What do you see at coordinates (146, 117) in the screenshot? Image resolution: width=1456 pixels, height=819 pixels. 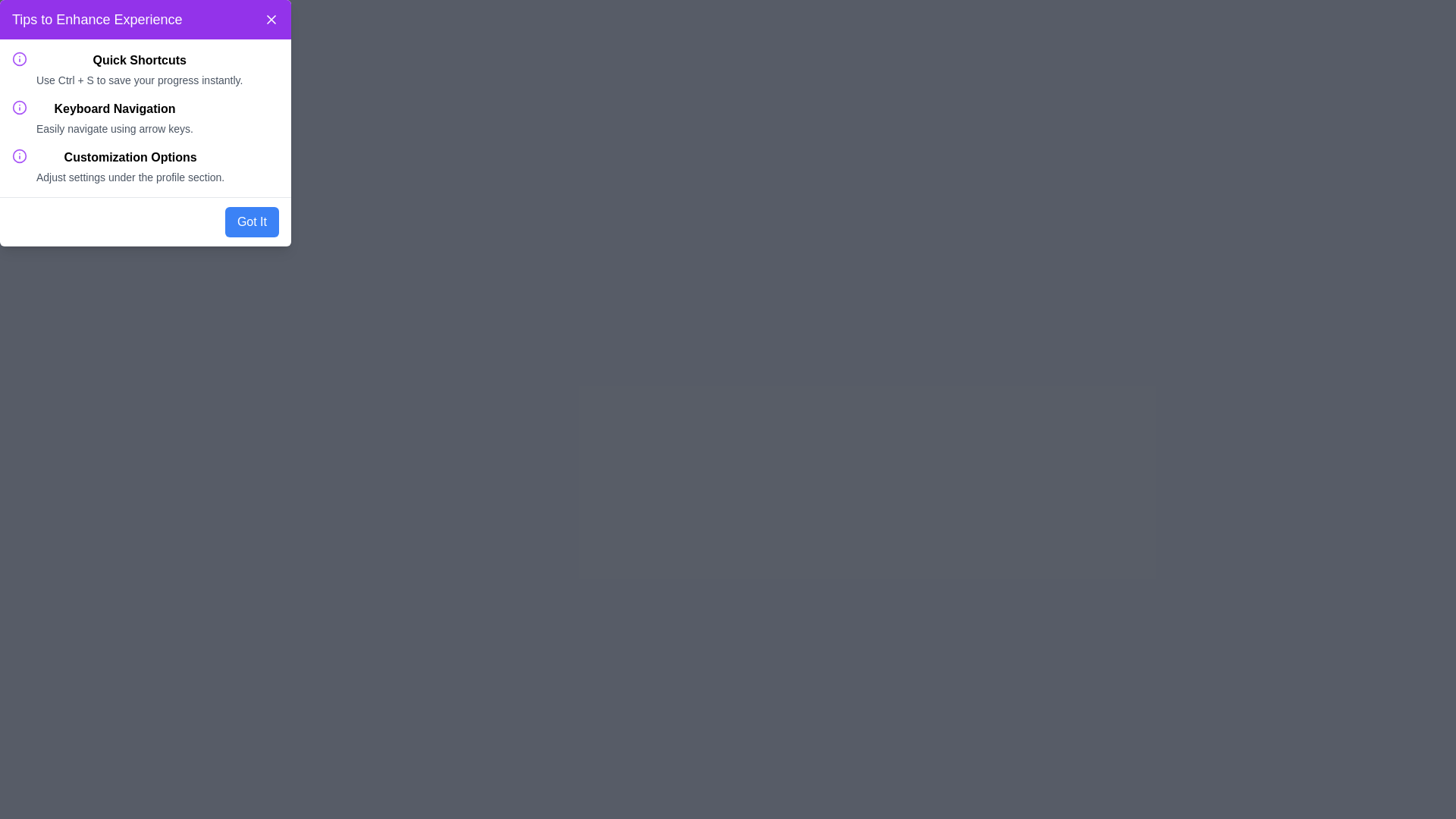 I see `the informational section containing the icon with a purple outlined circle and the text 'Keyboard Navigation' and 'Easily navigate using arrow keys'` at bounding box center [146, 117].